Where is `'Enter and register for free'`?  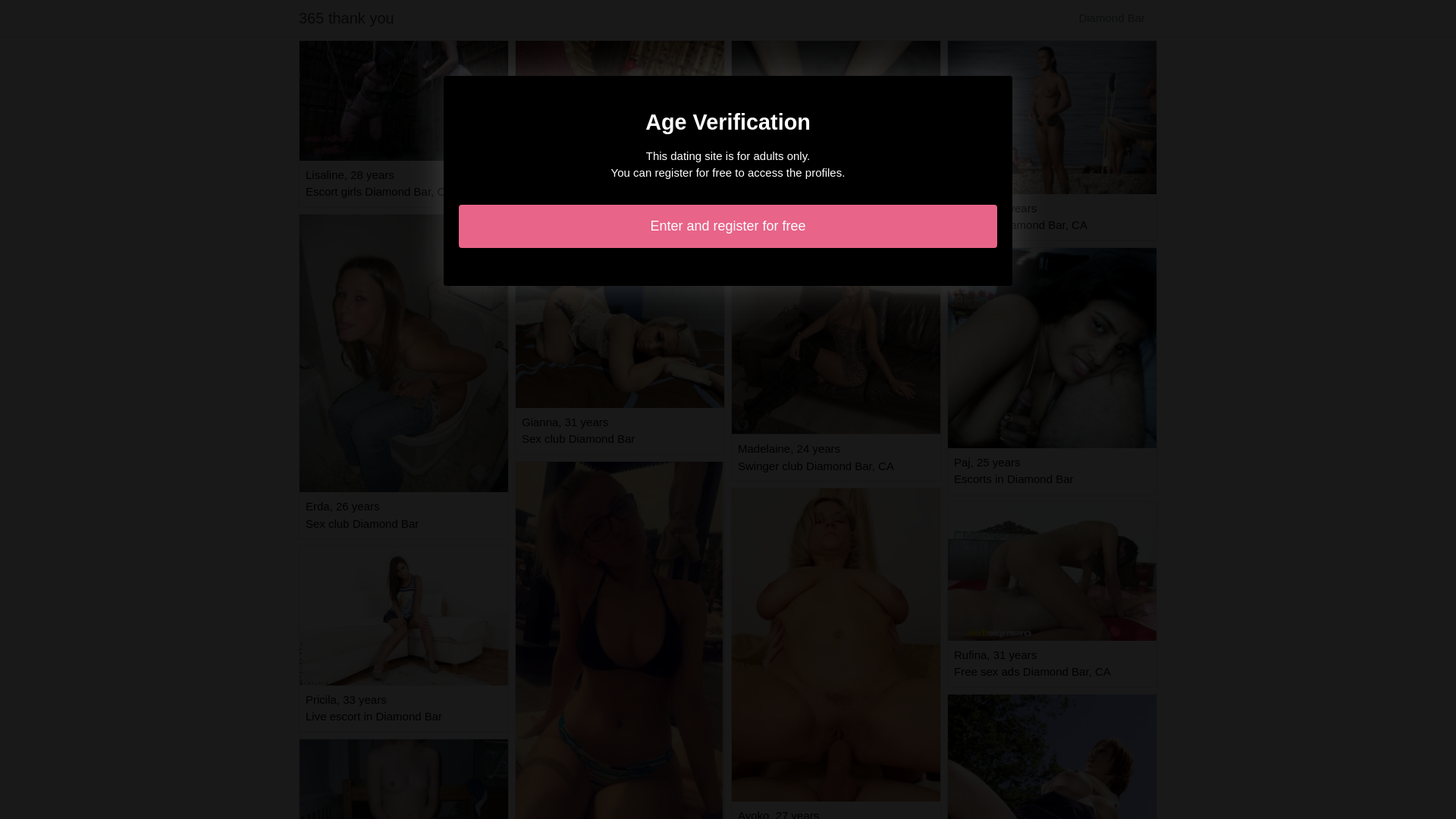 'Enter and register for free' is located at coordinates (728, 226).